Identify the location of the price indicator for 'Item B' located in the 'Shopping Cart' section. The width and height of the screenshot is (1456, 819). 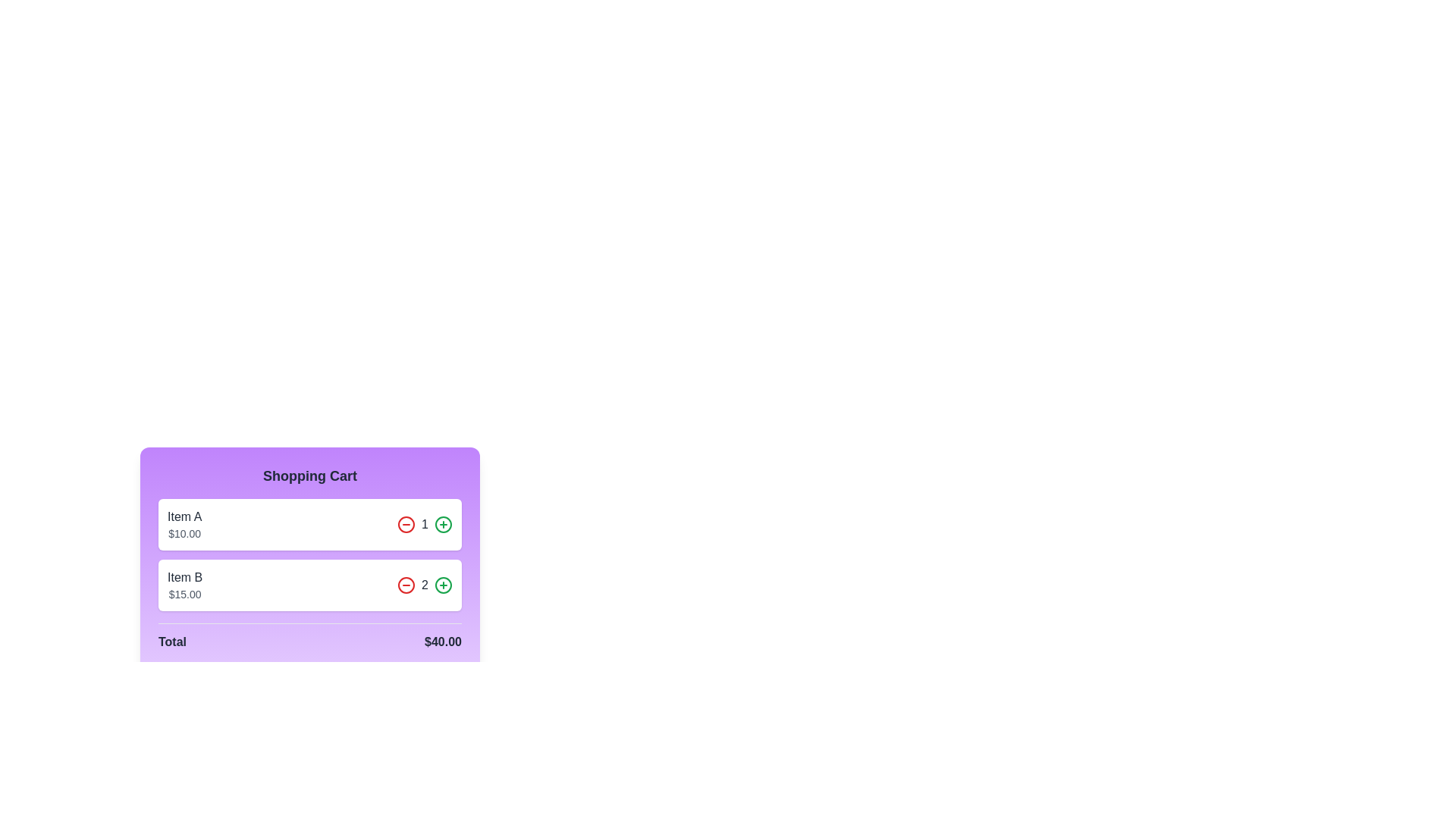
(184, 593).